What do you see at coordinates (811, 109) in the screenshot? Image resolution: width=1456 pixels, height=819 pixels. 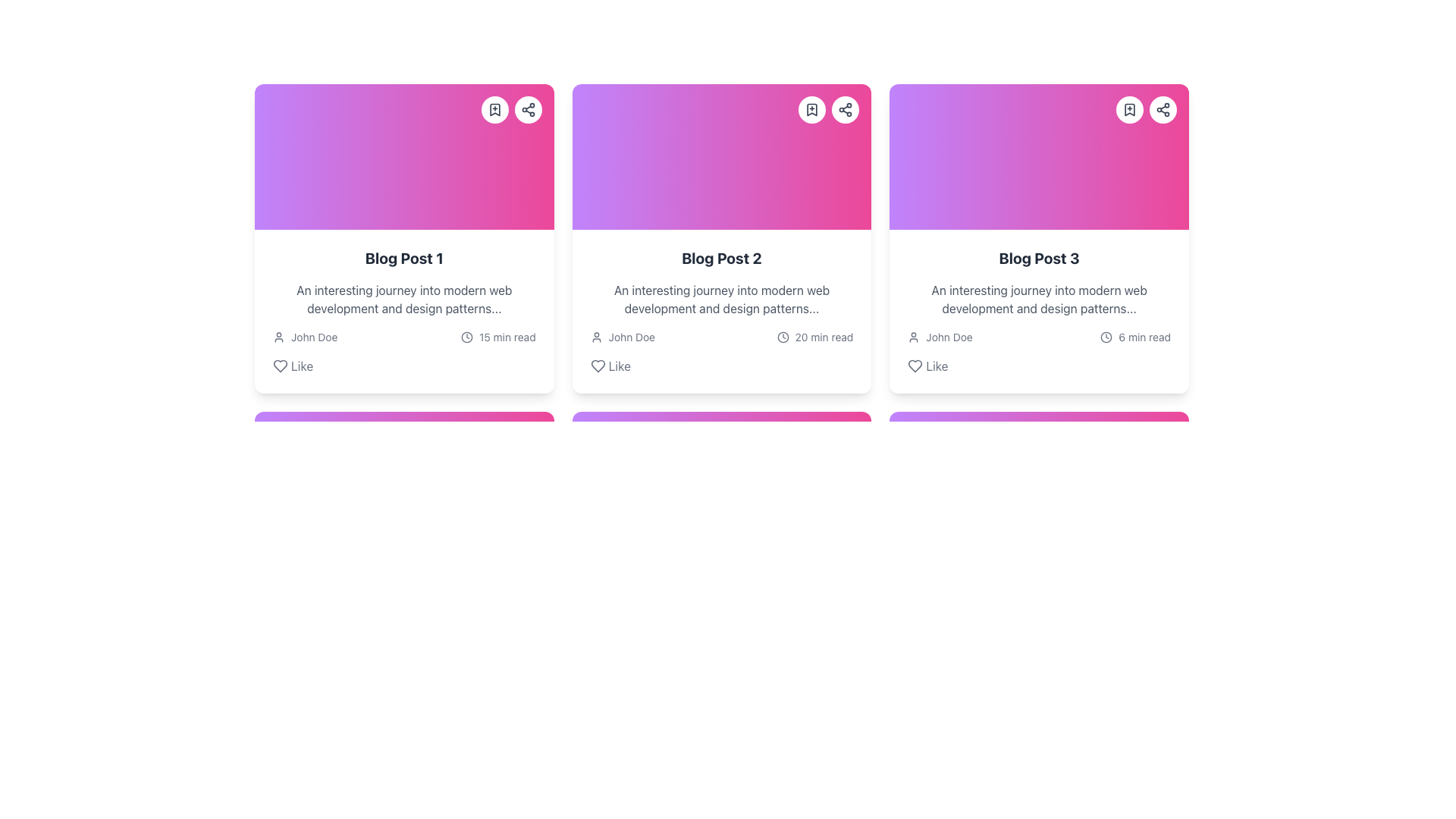 I see `the left-most circular button with a white background and dark gray bookmark icon located in the top-right corner of the second card` at bounding box center [811, 109].